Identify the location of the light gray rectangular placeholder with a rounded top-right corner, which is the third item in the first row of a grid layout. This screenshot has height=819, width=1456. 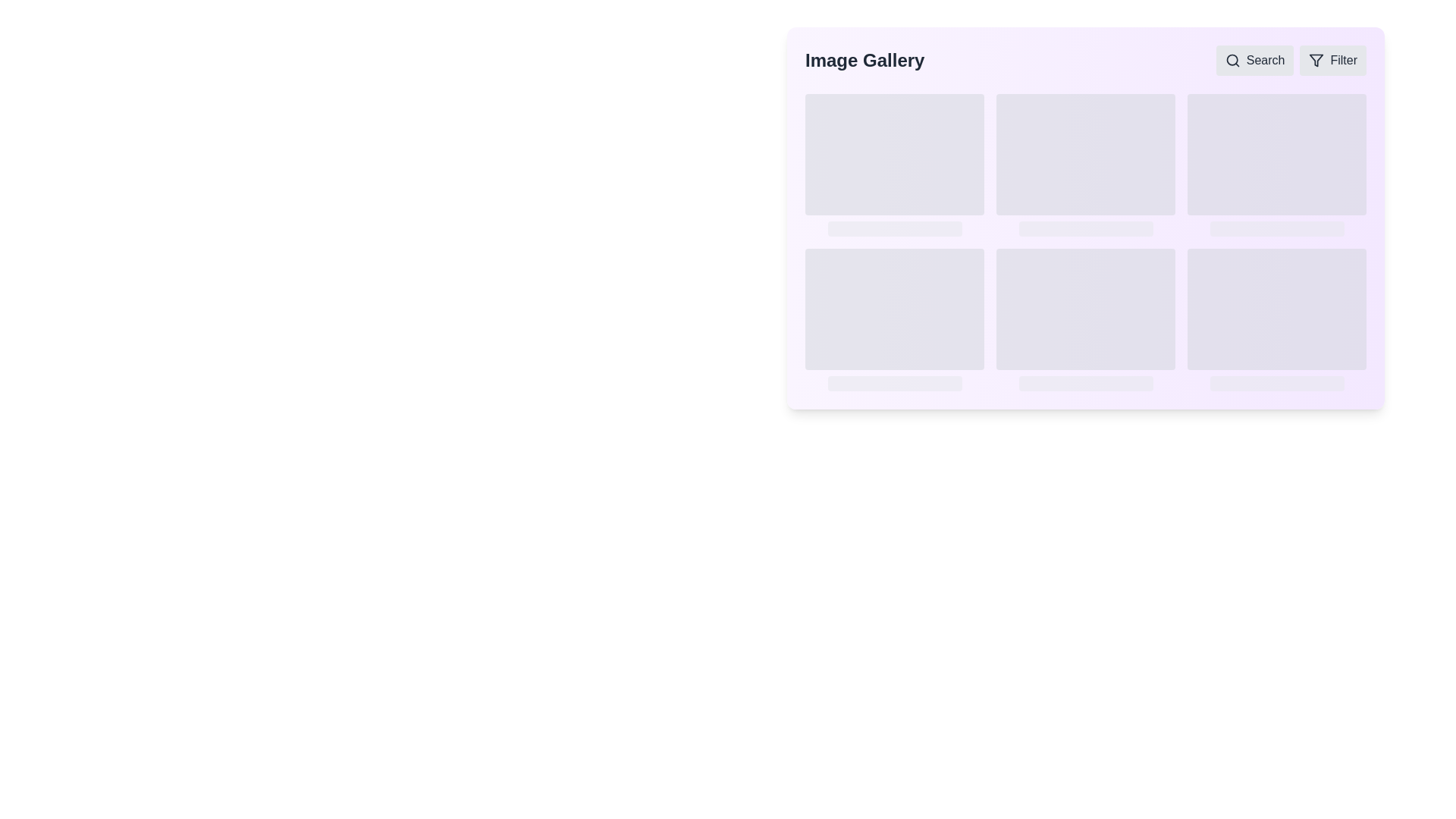
(1276, 165).